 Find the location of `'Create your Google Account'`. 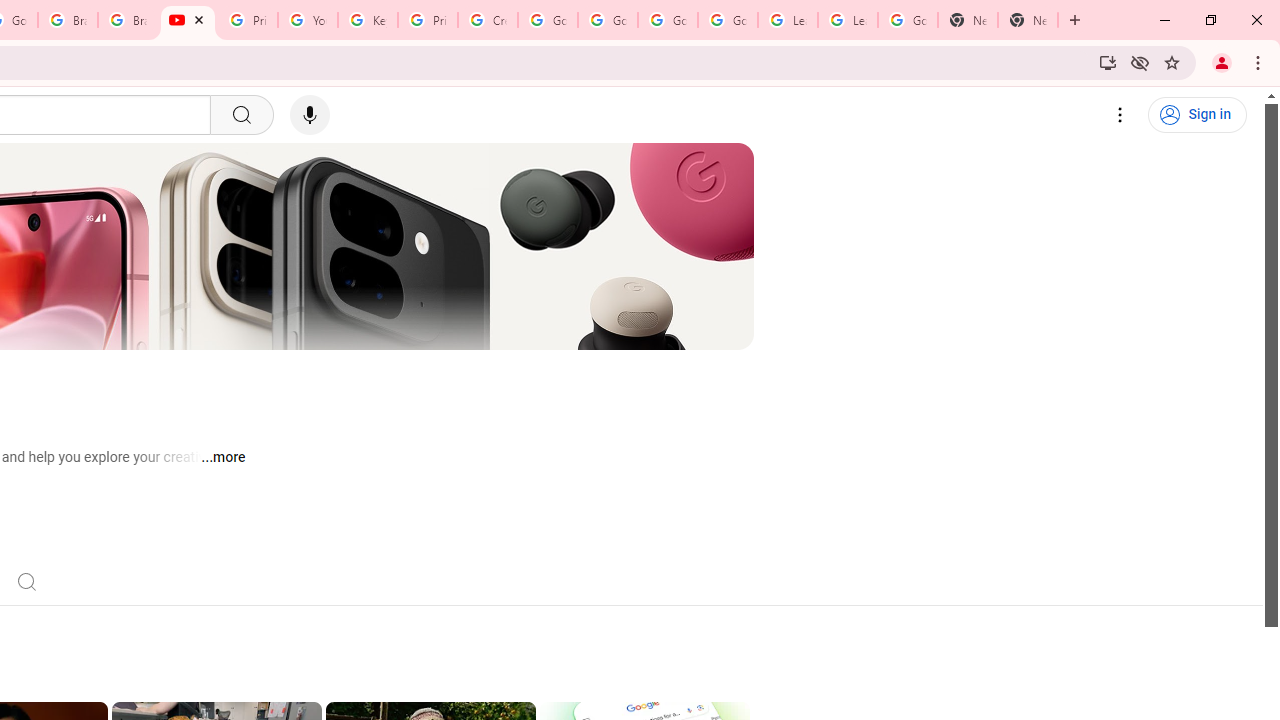

'Create your Google Account' is located at coordinates (488, 20).